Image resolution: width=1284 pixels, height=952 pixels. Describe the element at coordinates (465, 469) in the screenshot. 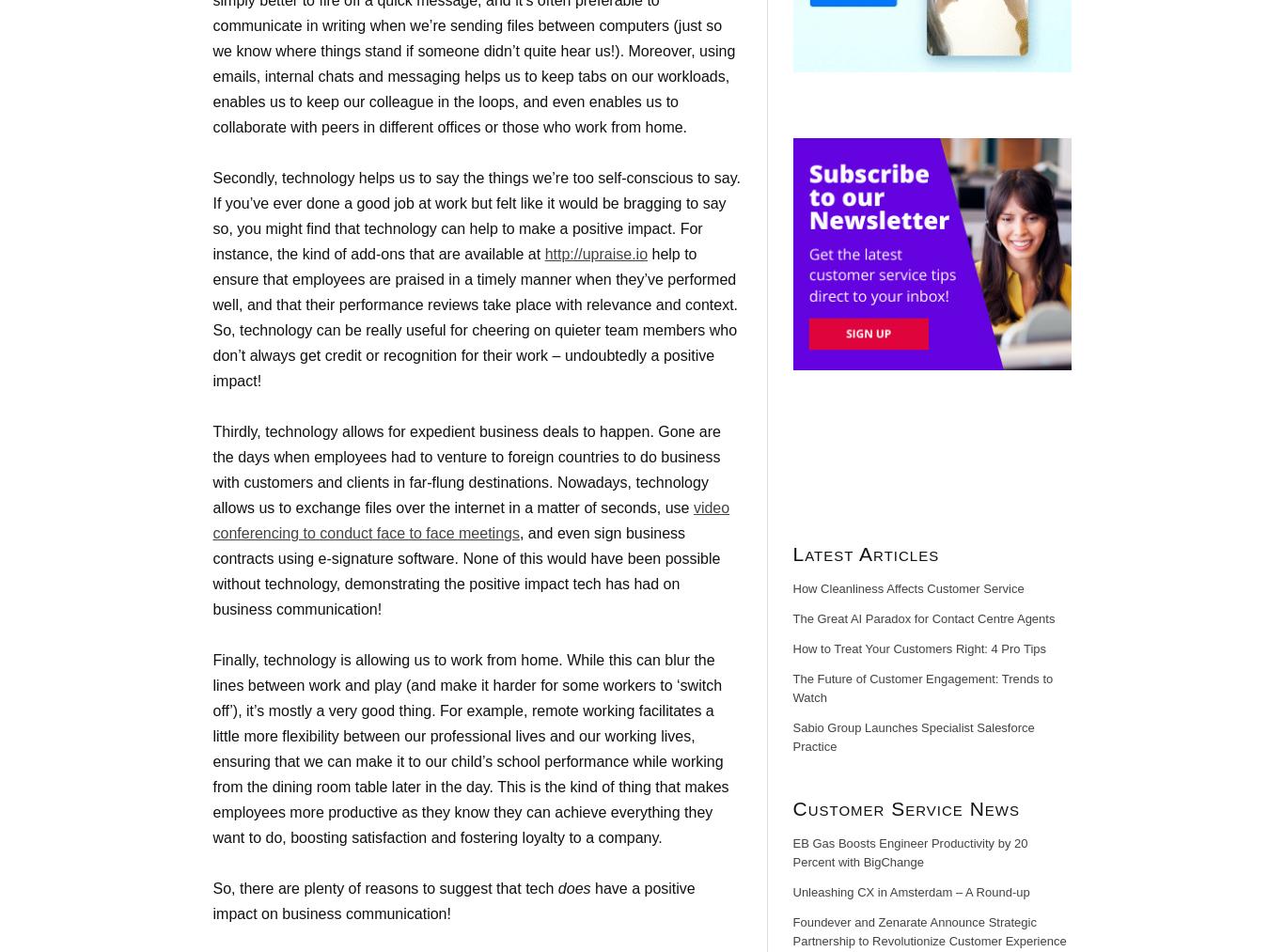

I see `'Thirdly, technology allows for expedient business deals to happen. Gone are the days when employees had to venture to foreign countries to do business with customers and clients in far-flung destinations. Nowadays, technology allows us to exchange files over the internet in a matter of seconds, use'` at that location.